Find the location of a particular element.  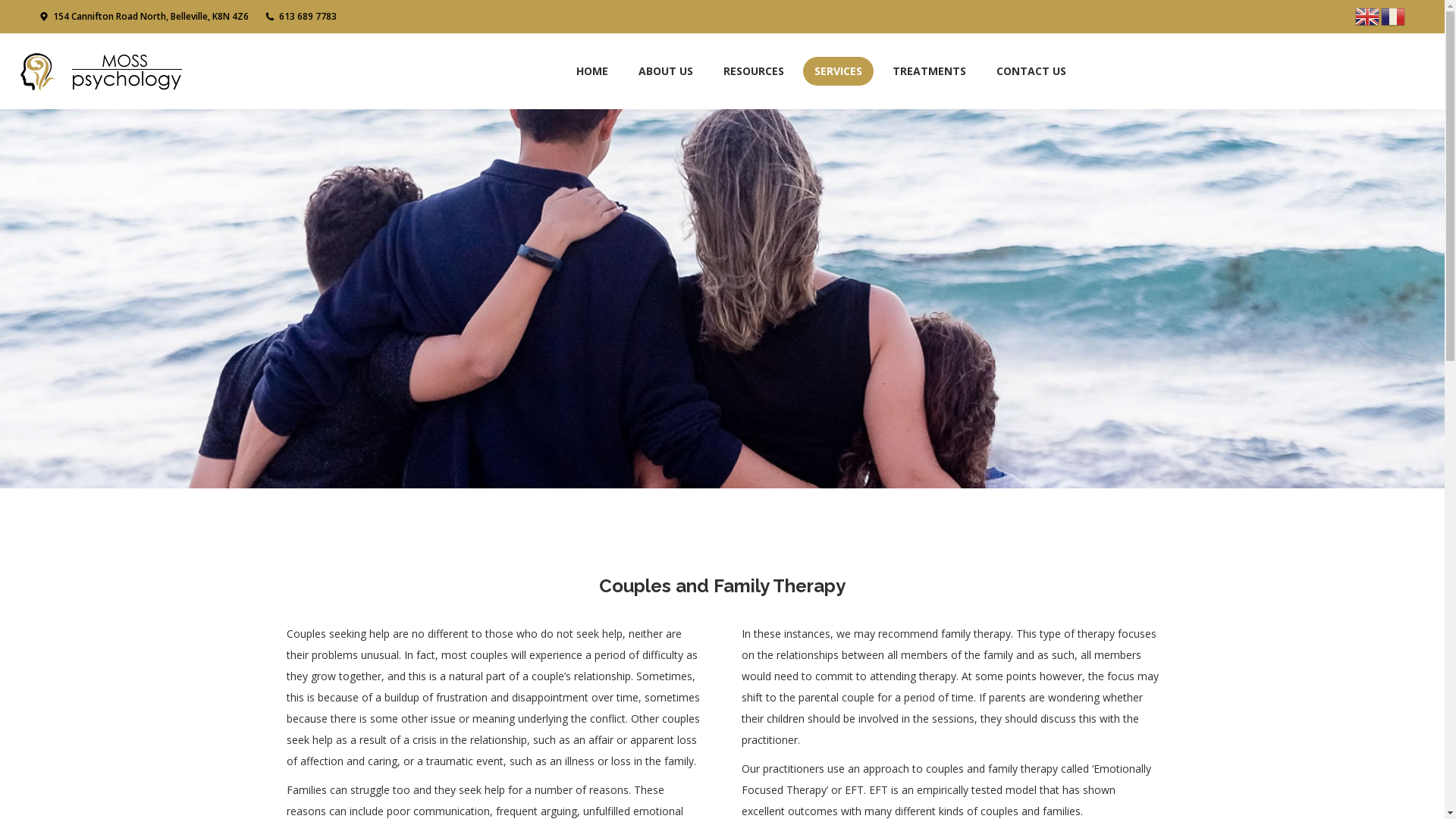

'HOME' is located at coordinates (590, 71).